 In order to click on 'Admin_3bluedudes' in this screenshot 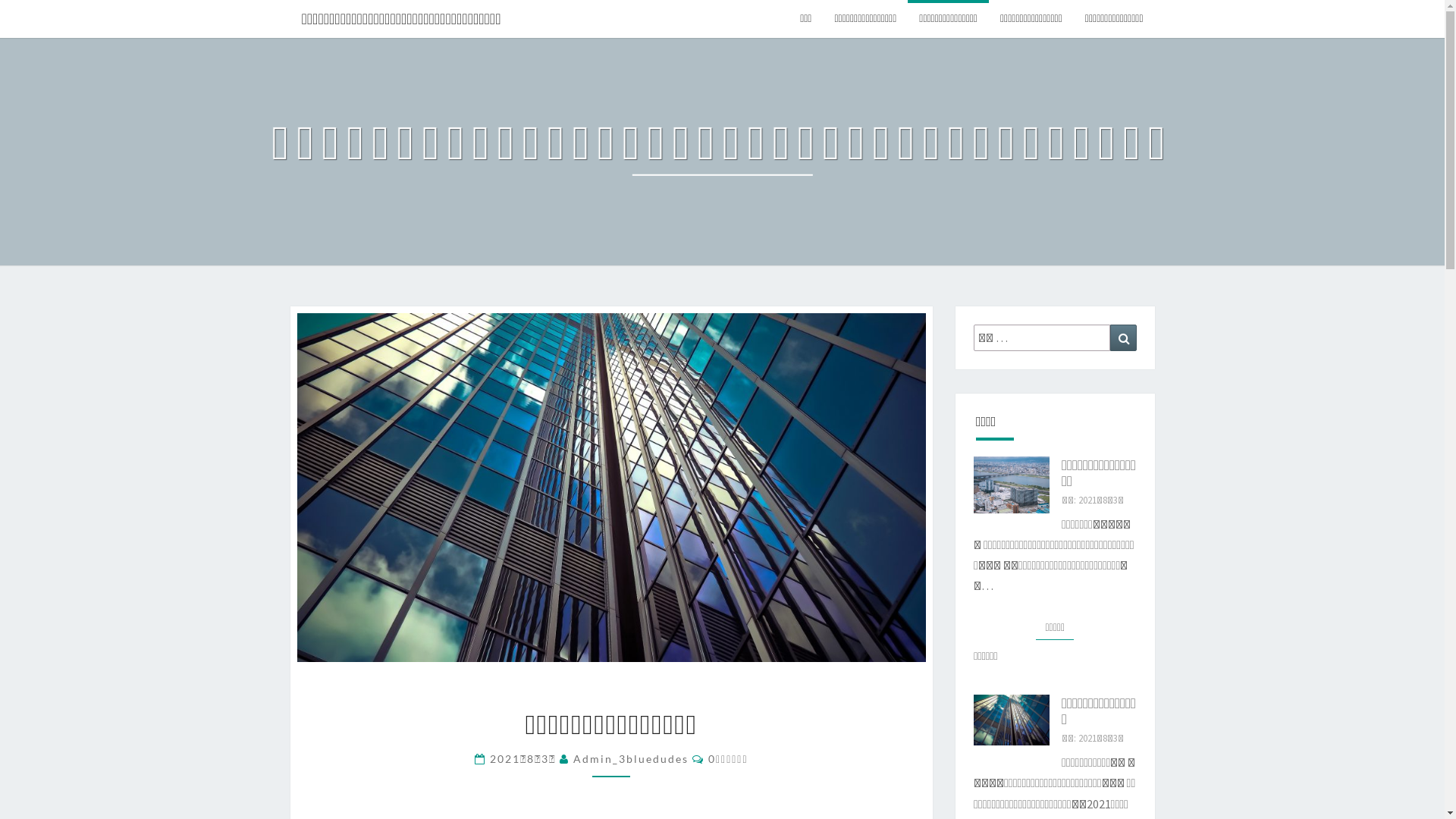, I will do `click(630, 758)`.